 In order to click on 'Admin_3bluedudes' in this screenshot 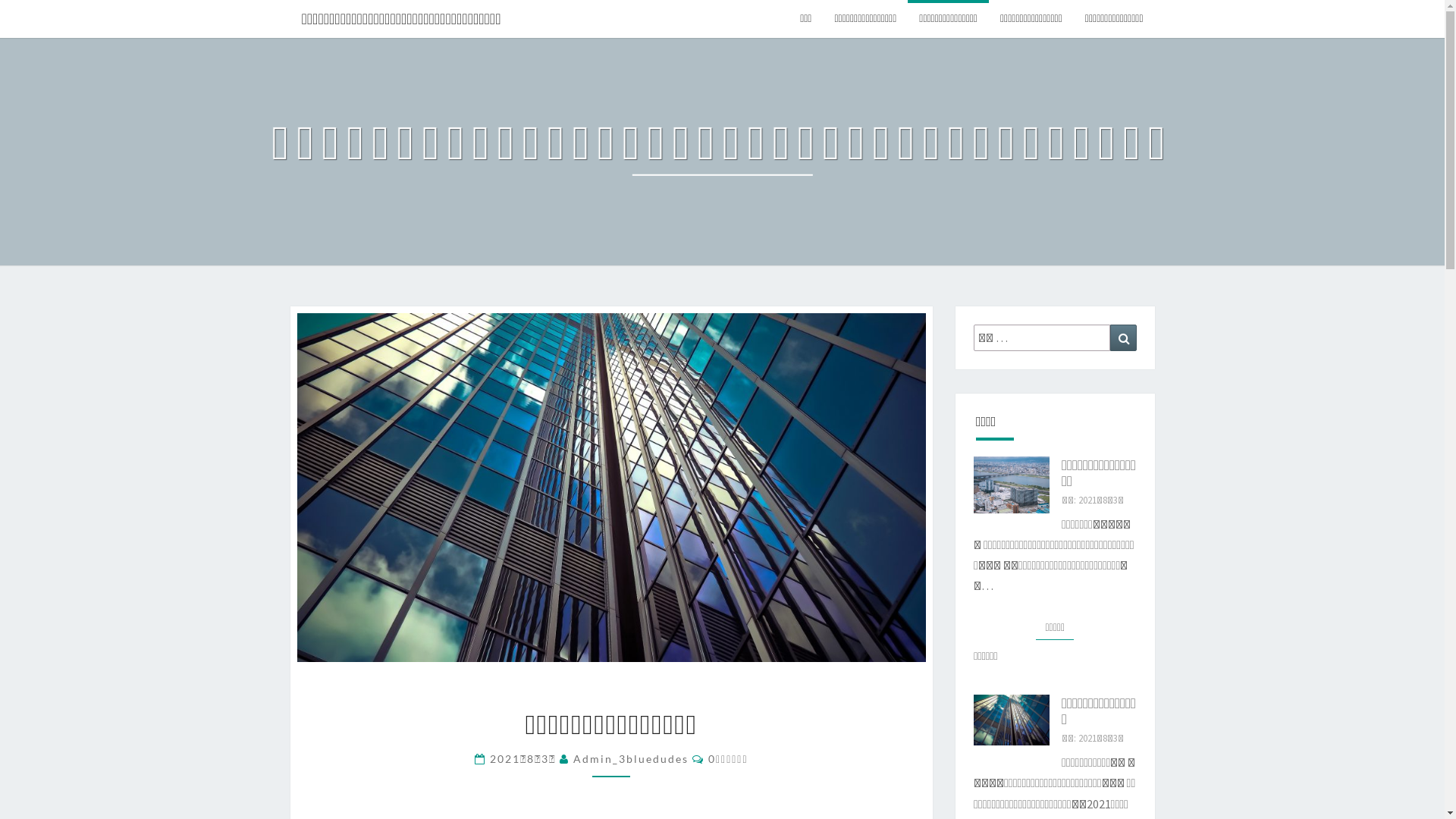, I will do `click(630, 758)`.